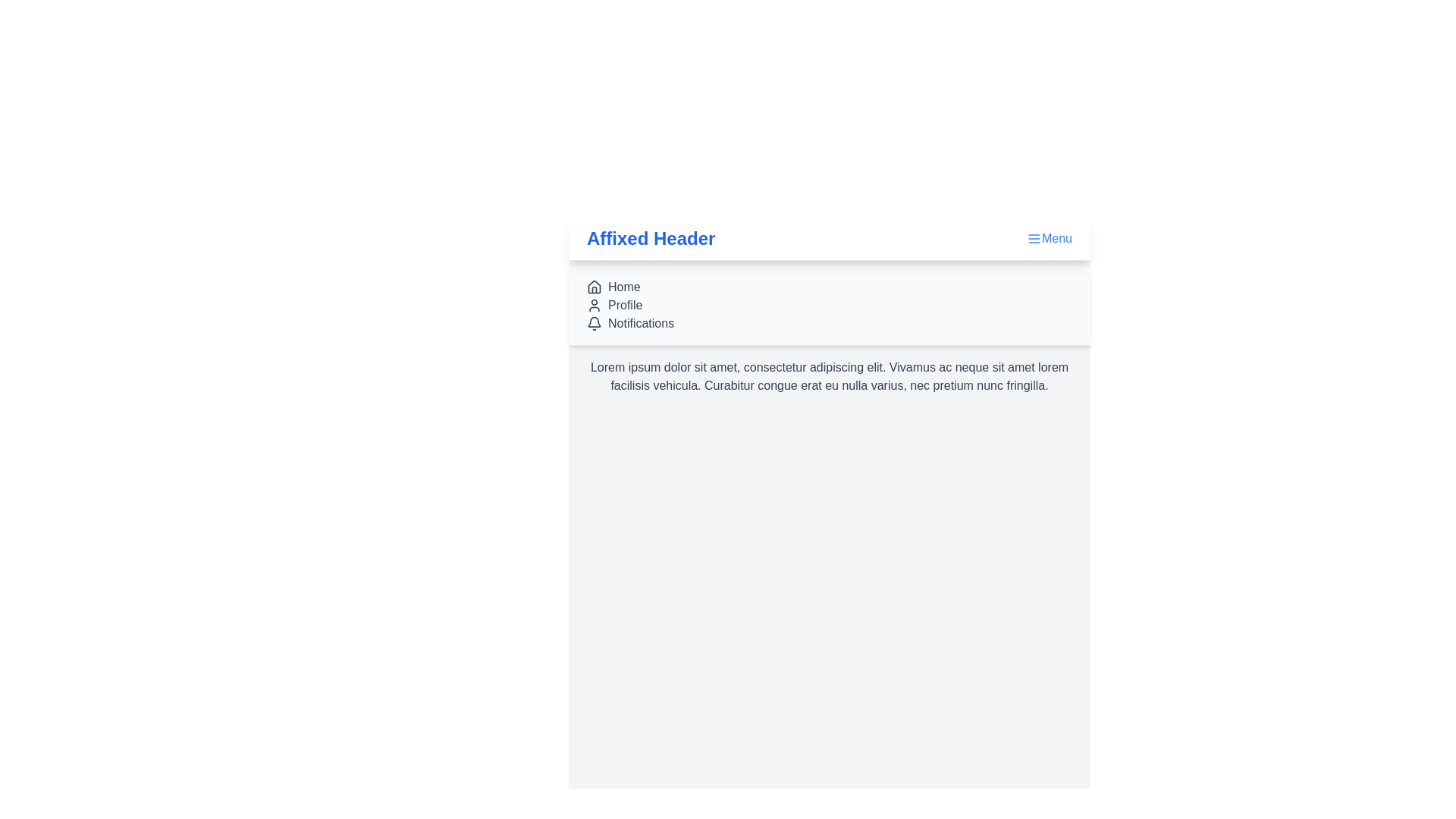  Describe the element at coordinates (593, 287) in the screenshot. I see `the 'Home' icon in the navigation menu` at that location.